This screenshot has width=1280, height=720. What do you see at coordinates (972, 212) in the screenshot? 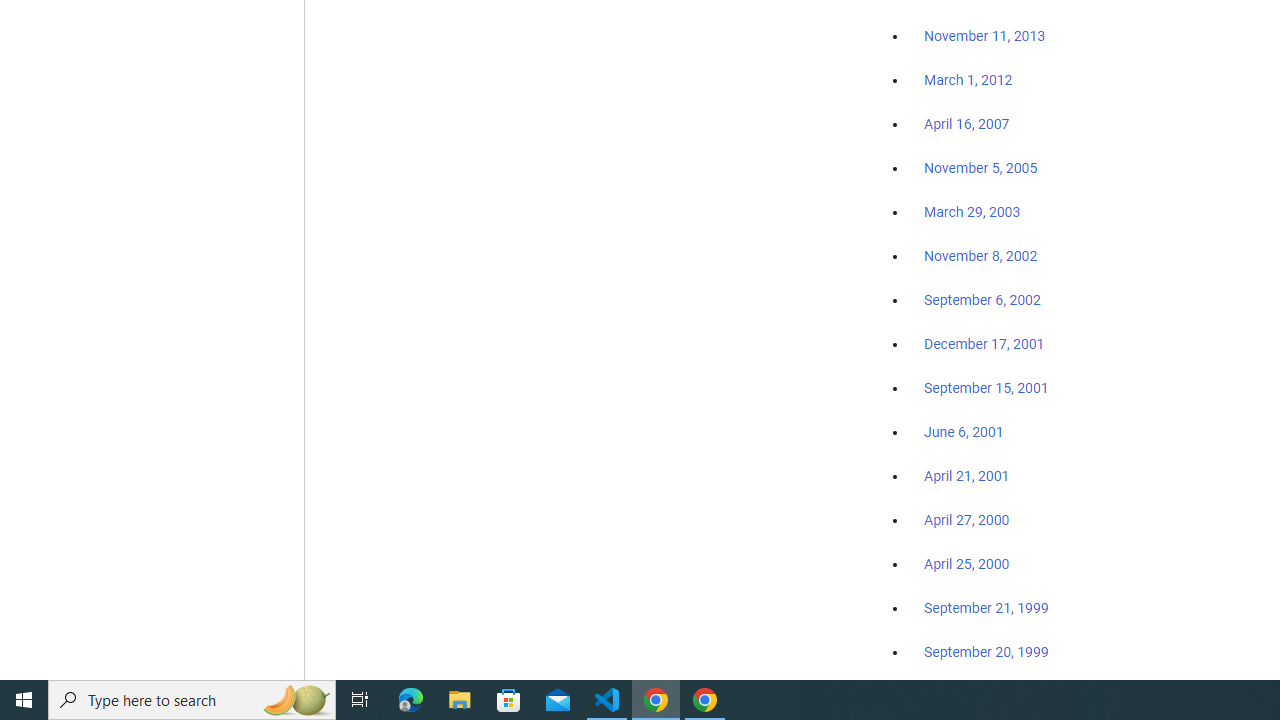
I see `'March 29, 2003'` at bounding box center [972, 212].